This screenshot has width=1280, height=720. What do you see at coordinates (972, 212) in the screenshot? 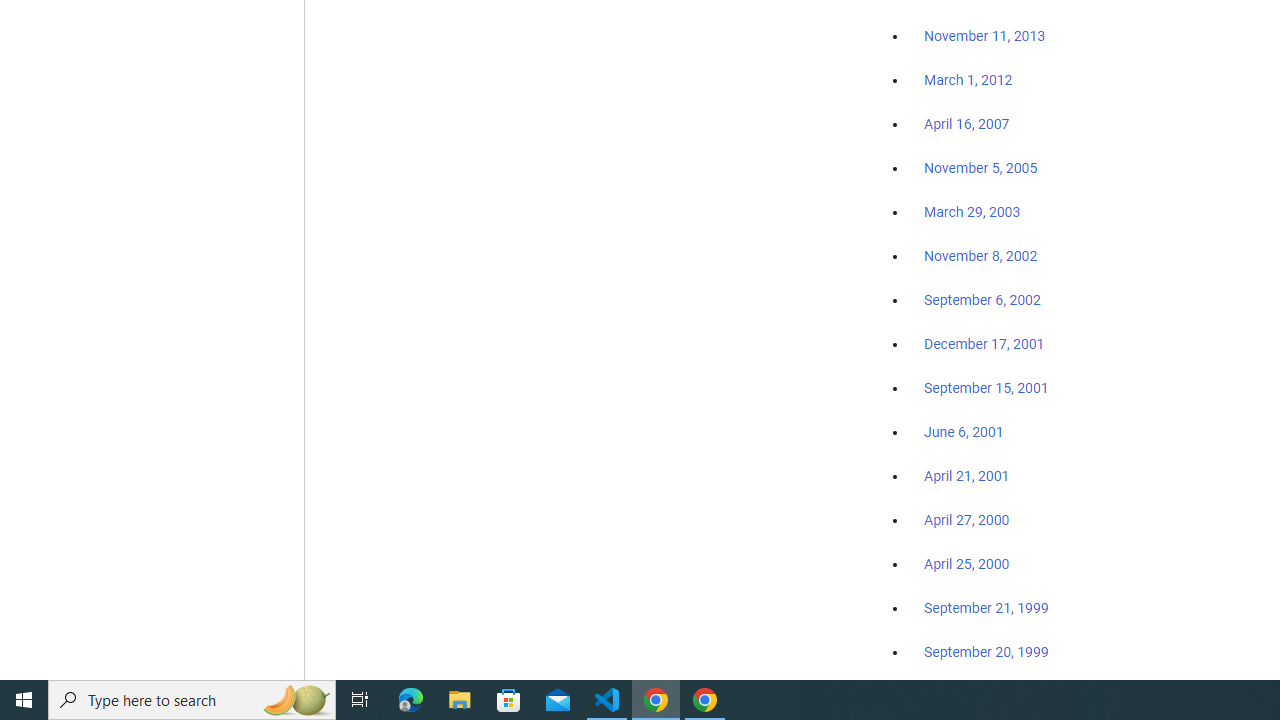
I see `'March 29, 2003'` at bounding box center [972, 212].